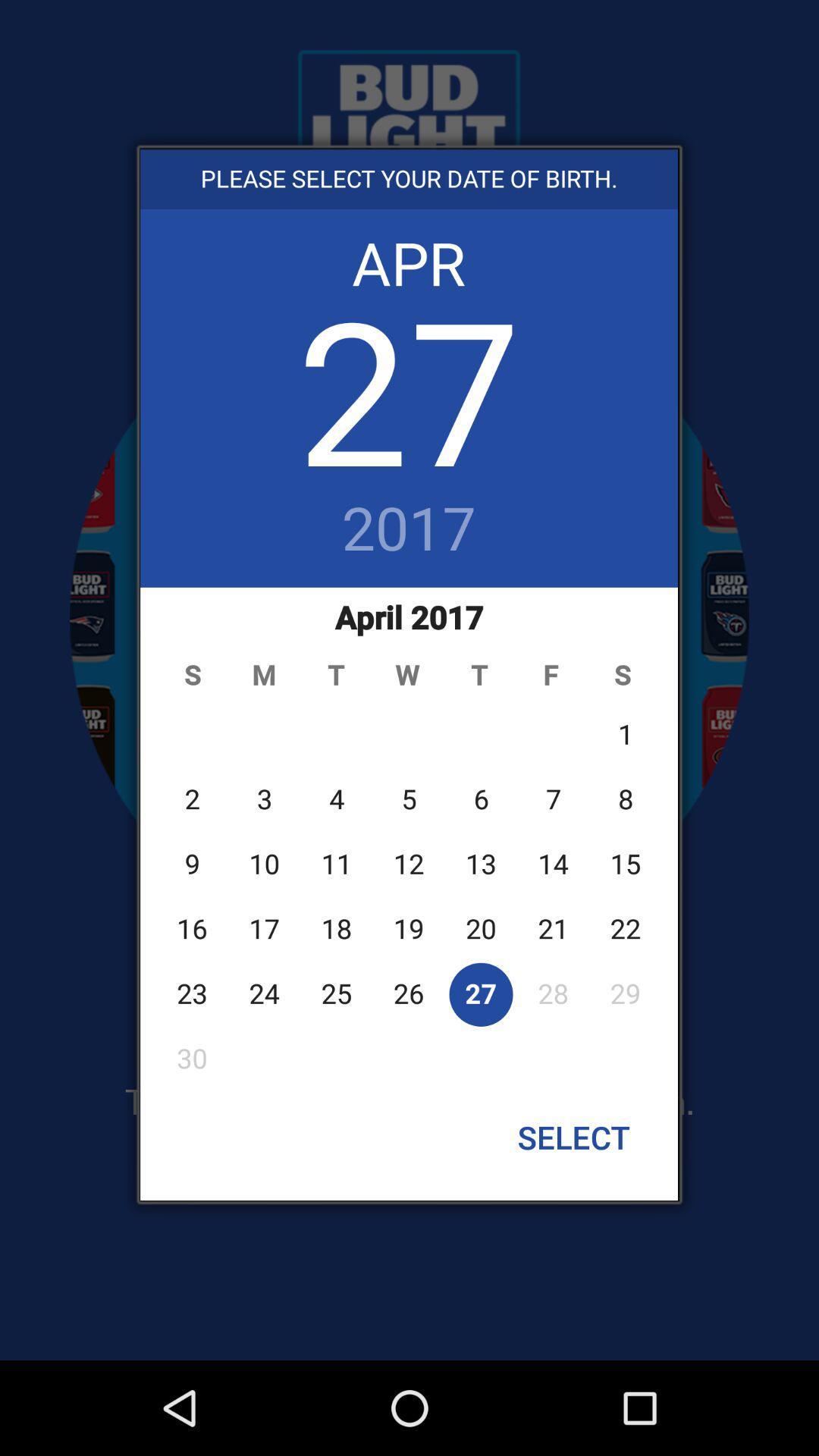  I want to click on the 2017, so click(408, 530).